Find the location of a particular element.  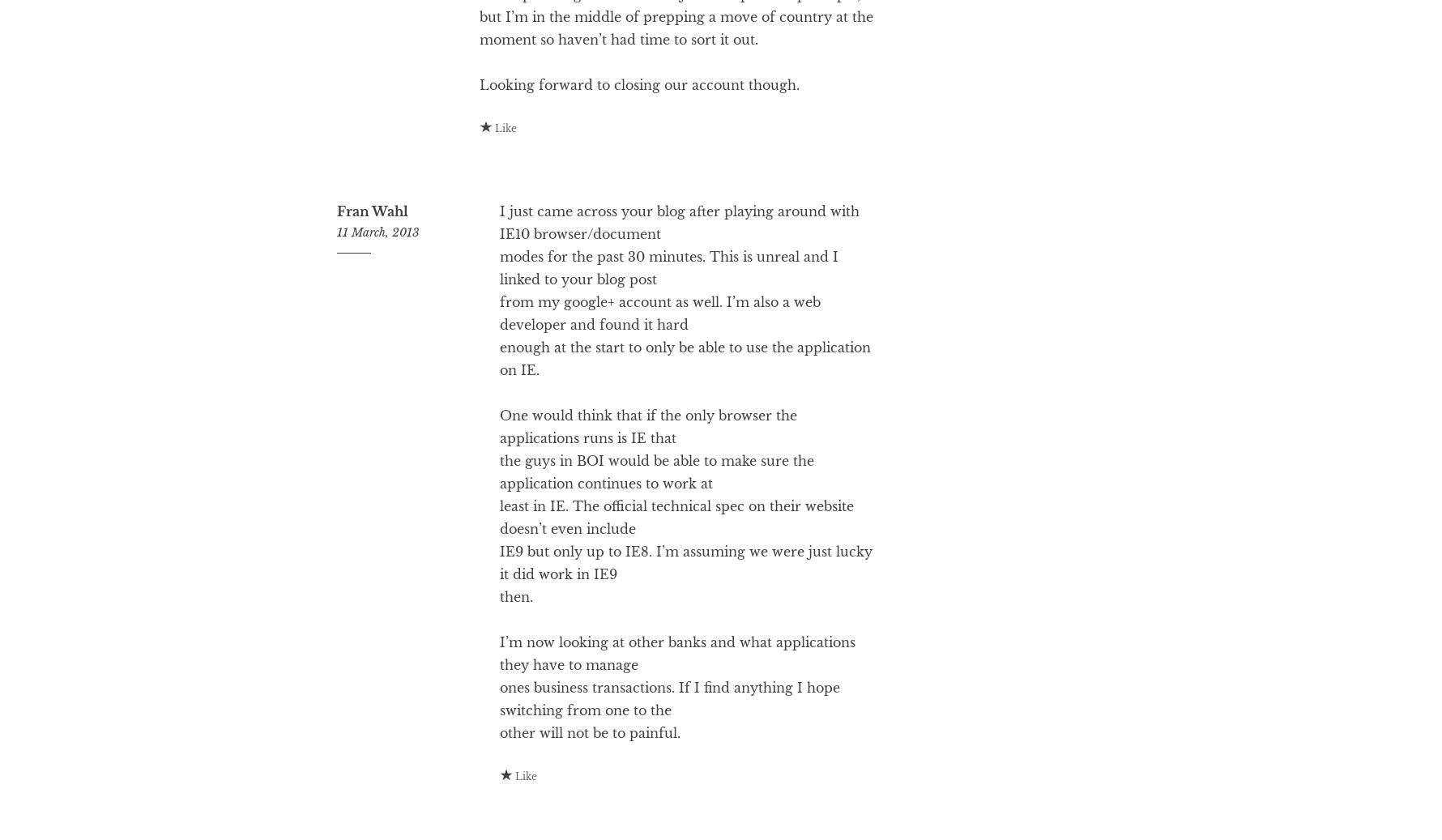

'Fran Wahl' is located at coordinates (335, 275).